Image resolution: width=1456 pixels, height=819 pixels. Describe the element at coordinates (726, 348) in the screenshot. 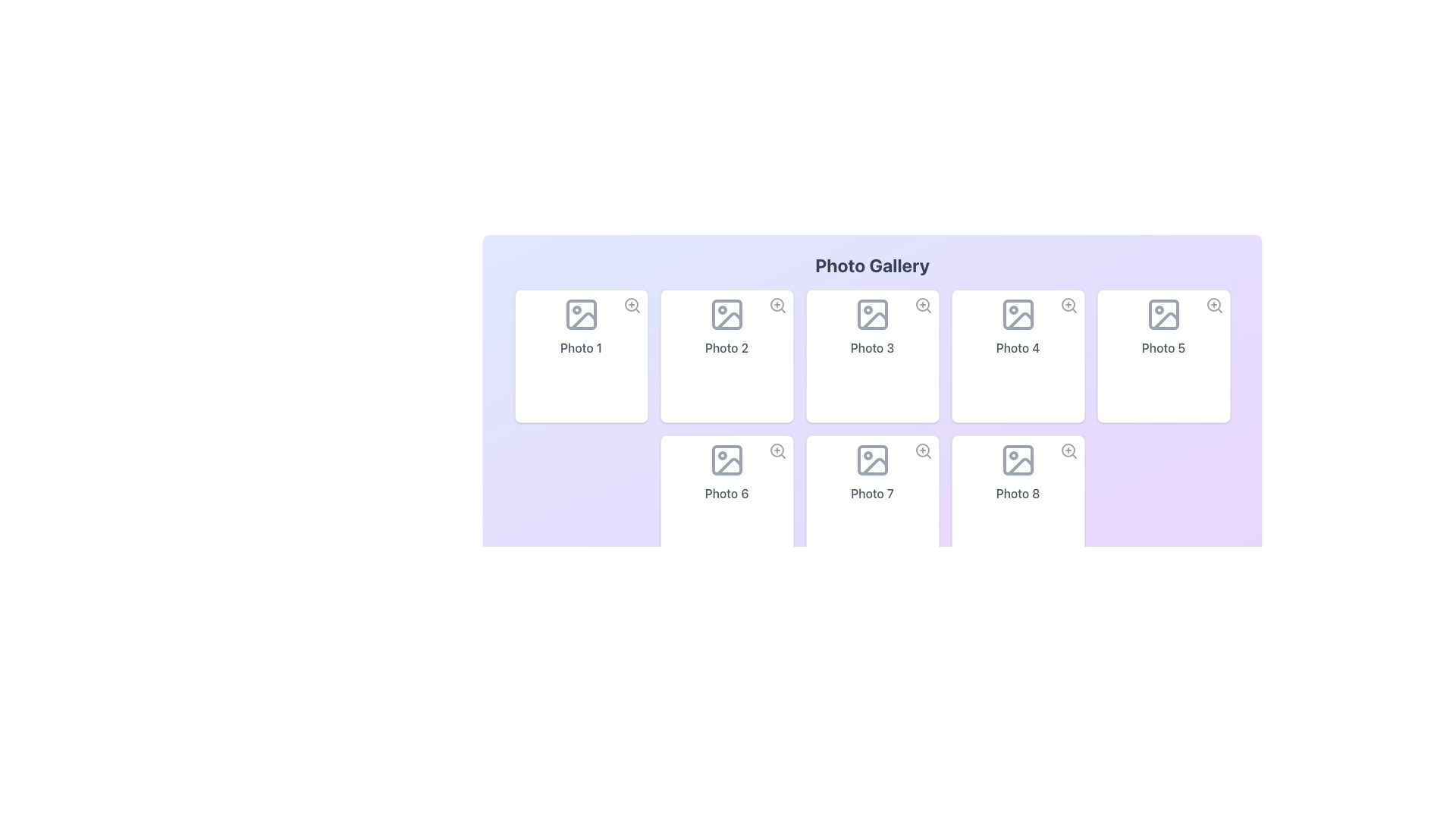

I see `text label 'Photo 2' which is styled with medium gray center-aligned font, located below the image icon of the second photo card in the top row of a grid layout` at that location.